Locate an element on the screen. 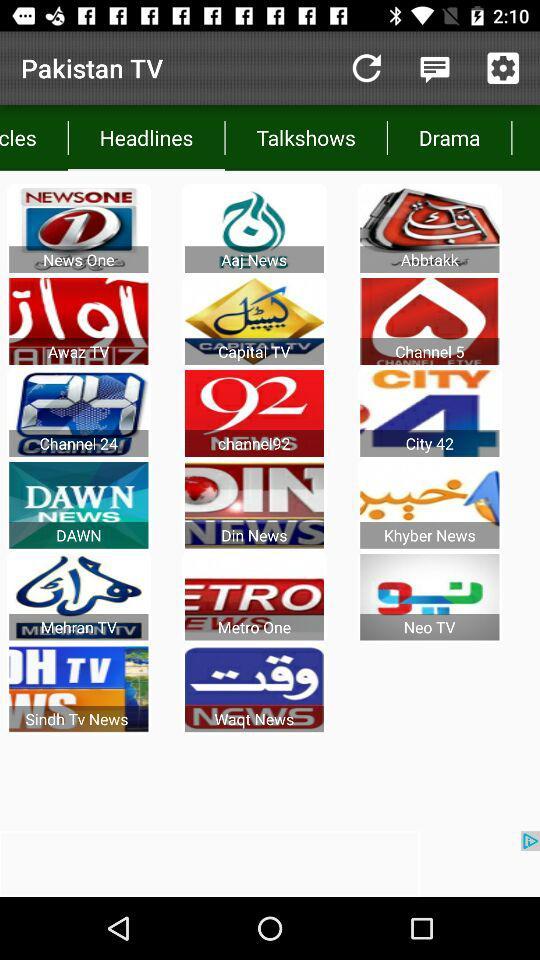 The height and width of the screenshot is (960, 540). icon to the left of the morningshows icon is located at coordinates (449, 136).